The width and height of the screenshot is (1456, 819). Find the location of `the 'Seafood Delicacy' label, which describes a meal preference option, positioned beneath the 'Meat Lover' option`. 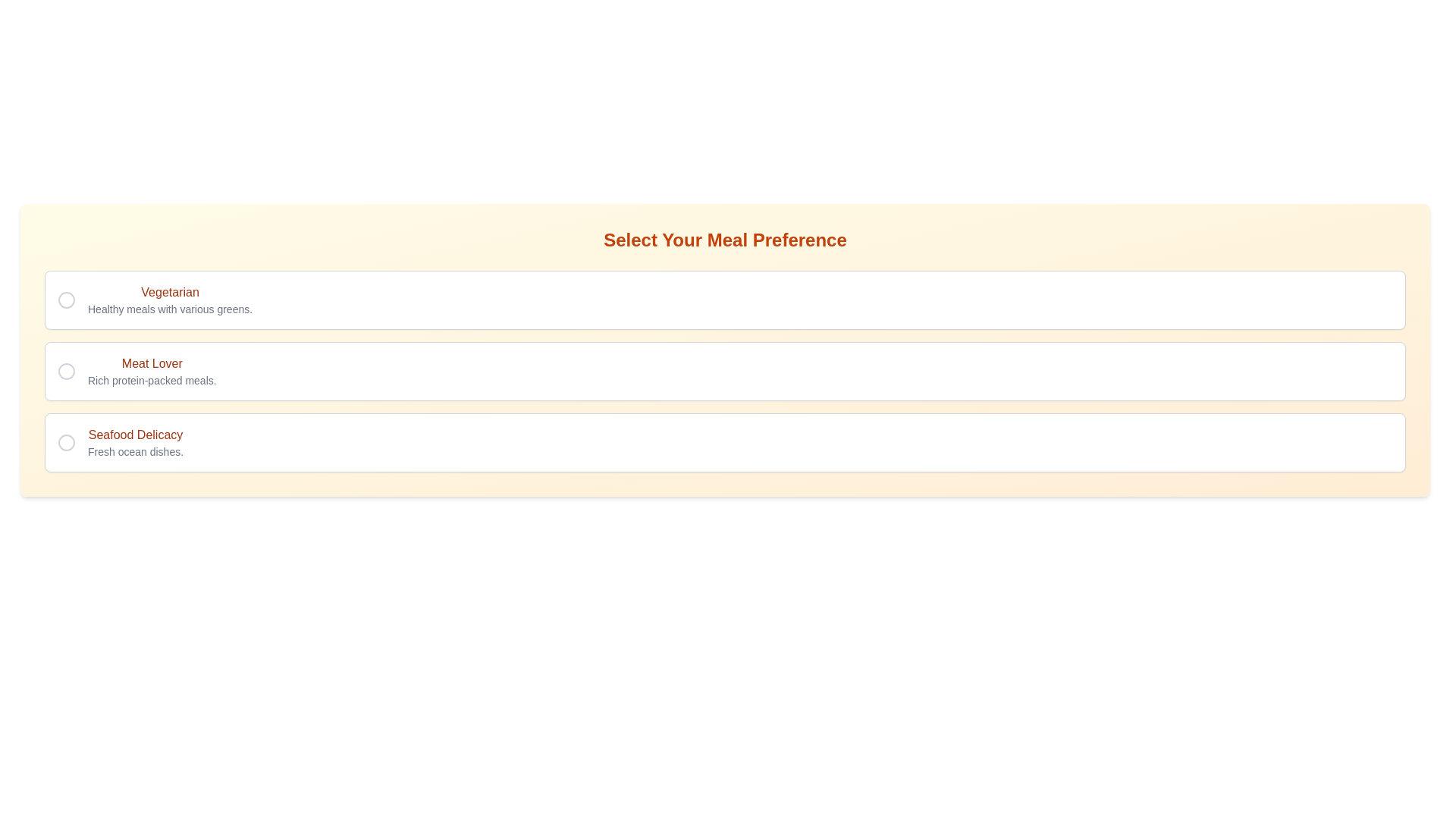

the 'Seafood Delicacy' label, which describes a meal preference option, positioned beneath the 'Meat Lover' option is located at coordinates (135, 442).